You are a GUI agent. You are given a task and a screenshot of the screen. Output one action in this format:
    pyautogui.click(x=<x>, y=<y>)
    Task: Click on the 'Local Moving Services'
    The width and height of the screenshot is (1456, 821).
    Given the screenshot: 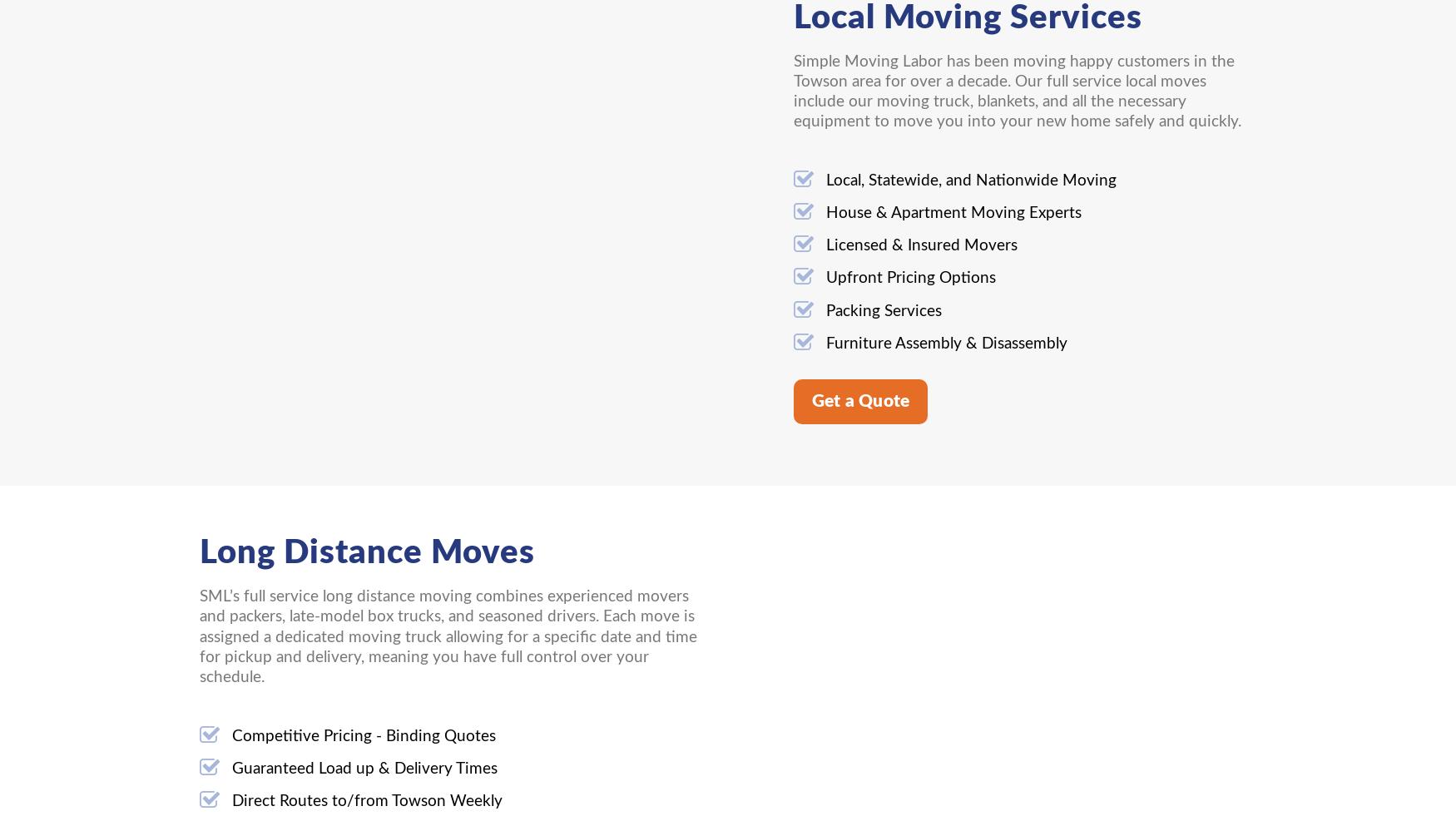 What is the action you would take?
    pyautogui.click(x=967, y=17)
    